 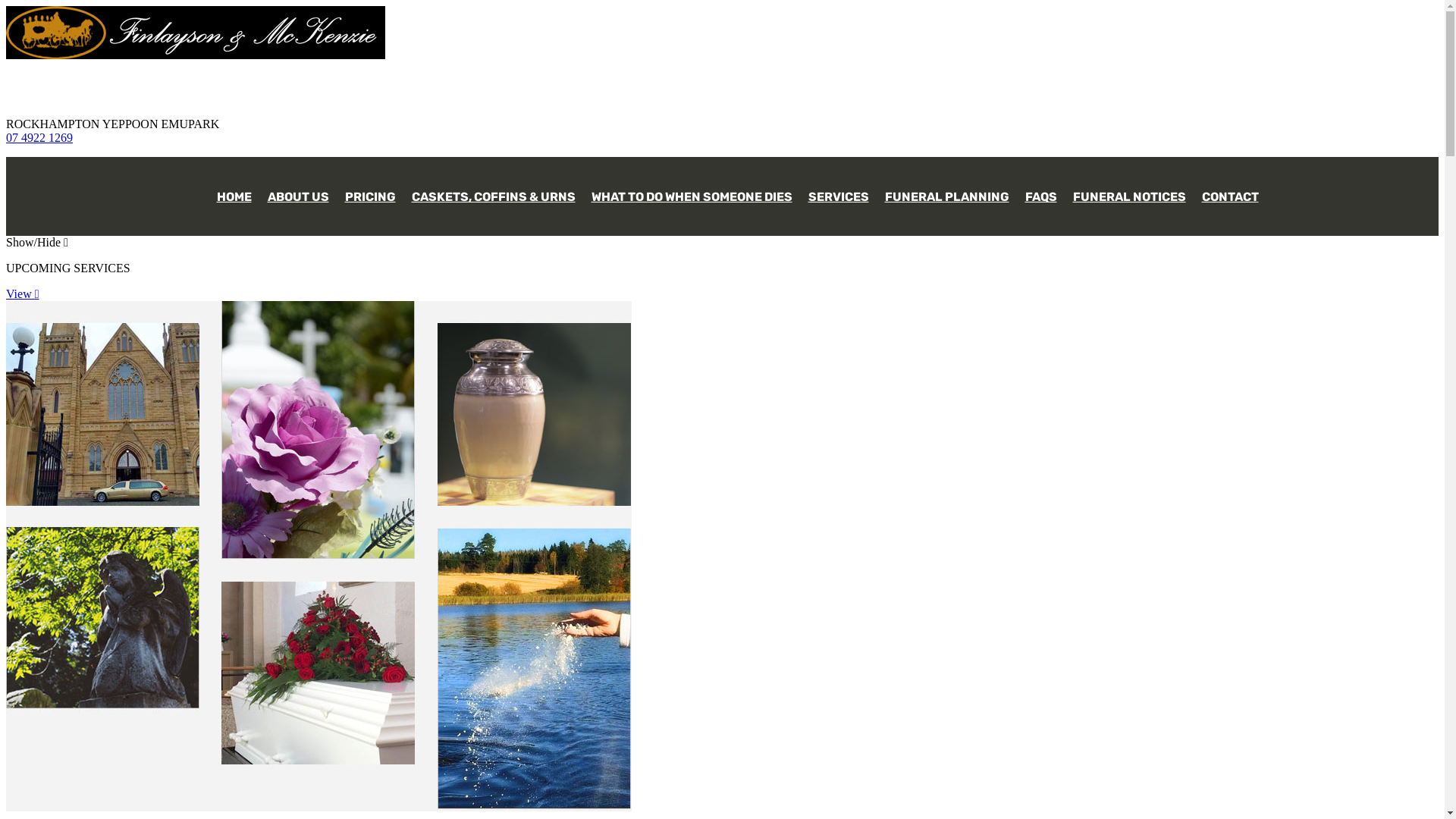 What do you see at coordinates (232, 189) in the screenshot?
I see `'HOME'` at bounding box center [232, 189].